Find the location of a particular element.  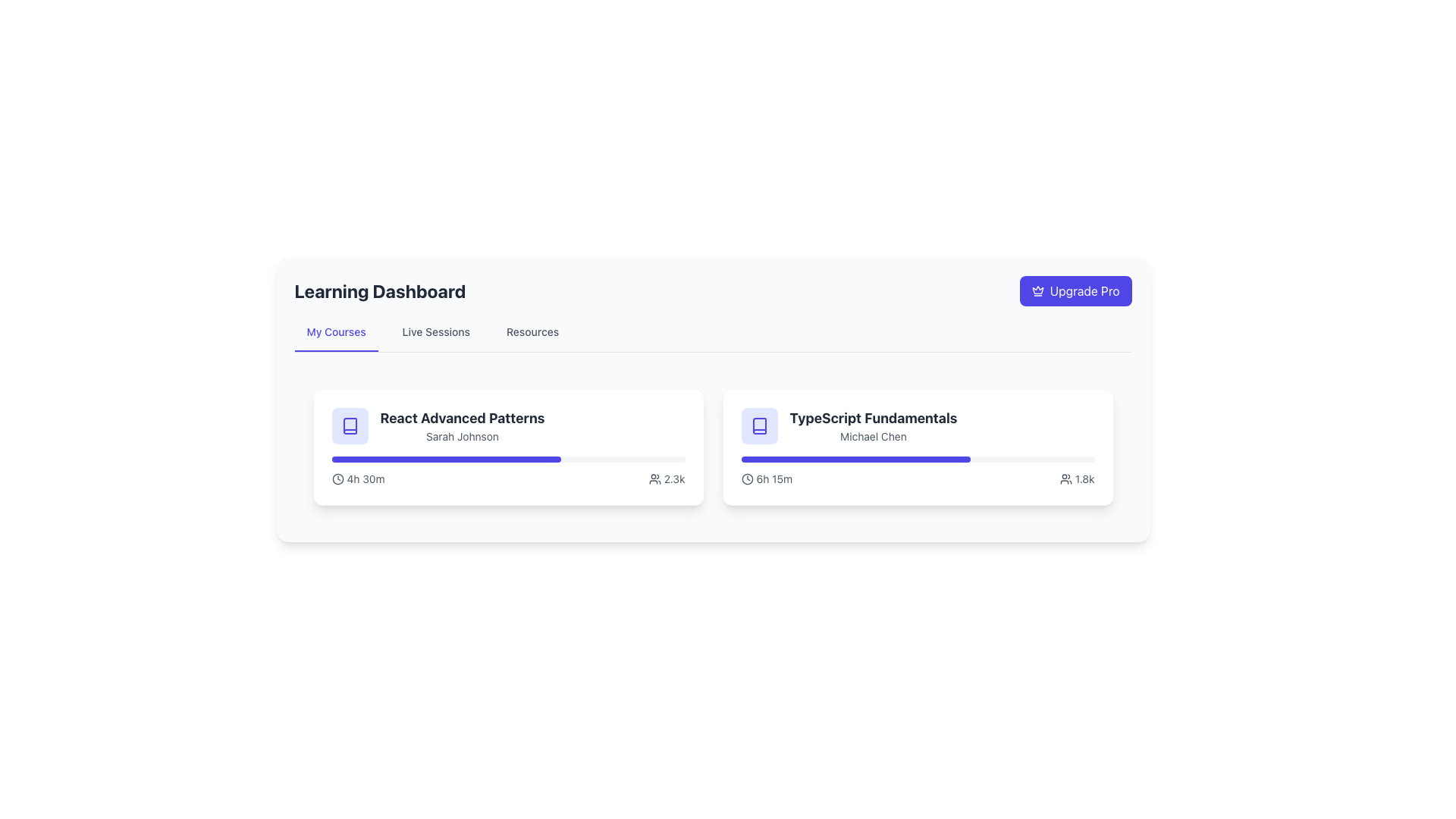

the 'My Courses' navigation link is located at coordinates (335, 337).